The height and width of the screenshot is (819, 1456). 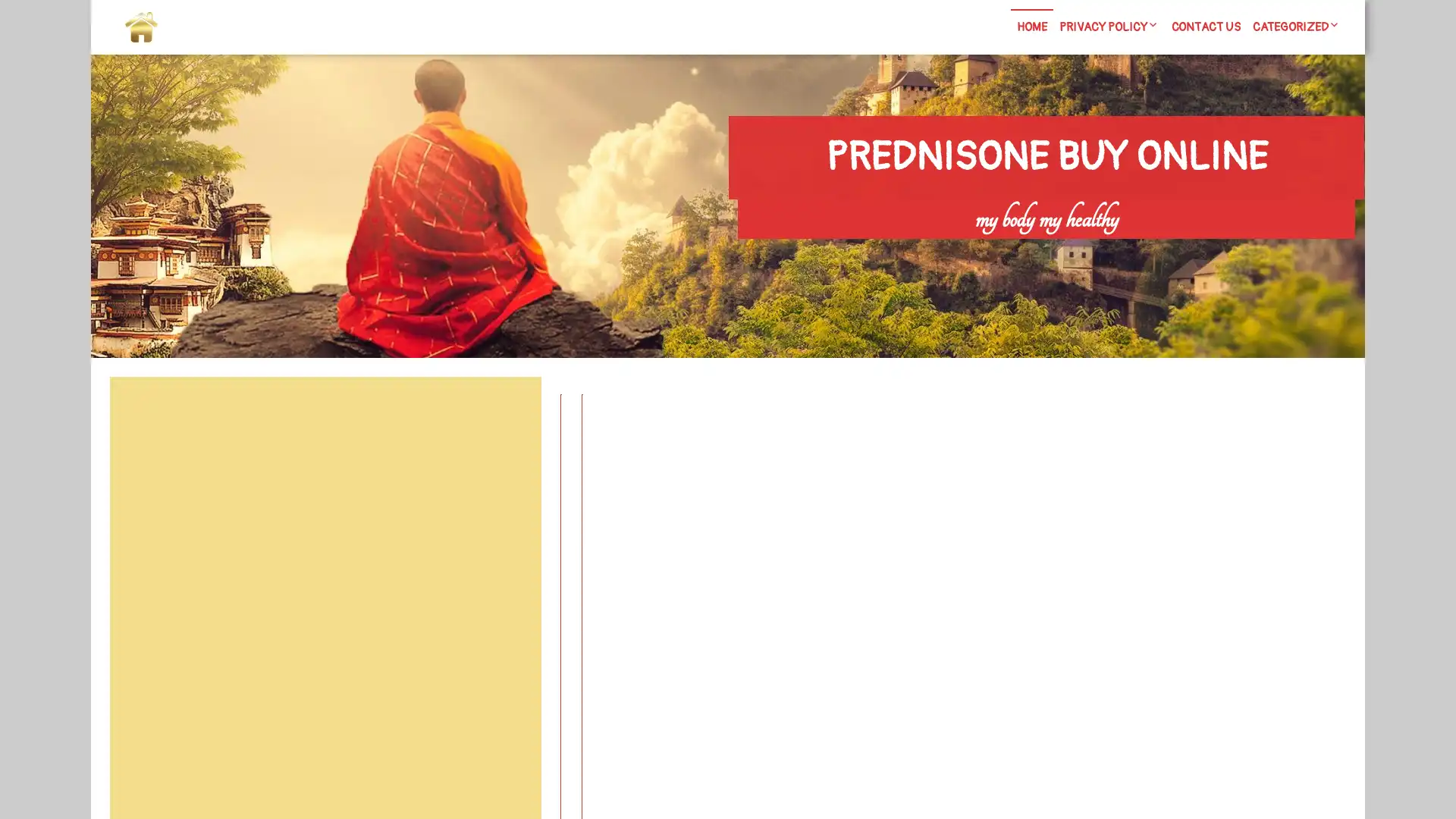 What do you see at coordinates (506, 413) in the screenshot?
I see `Search` at bounding box center [506, 413].